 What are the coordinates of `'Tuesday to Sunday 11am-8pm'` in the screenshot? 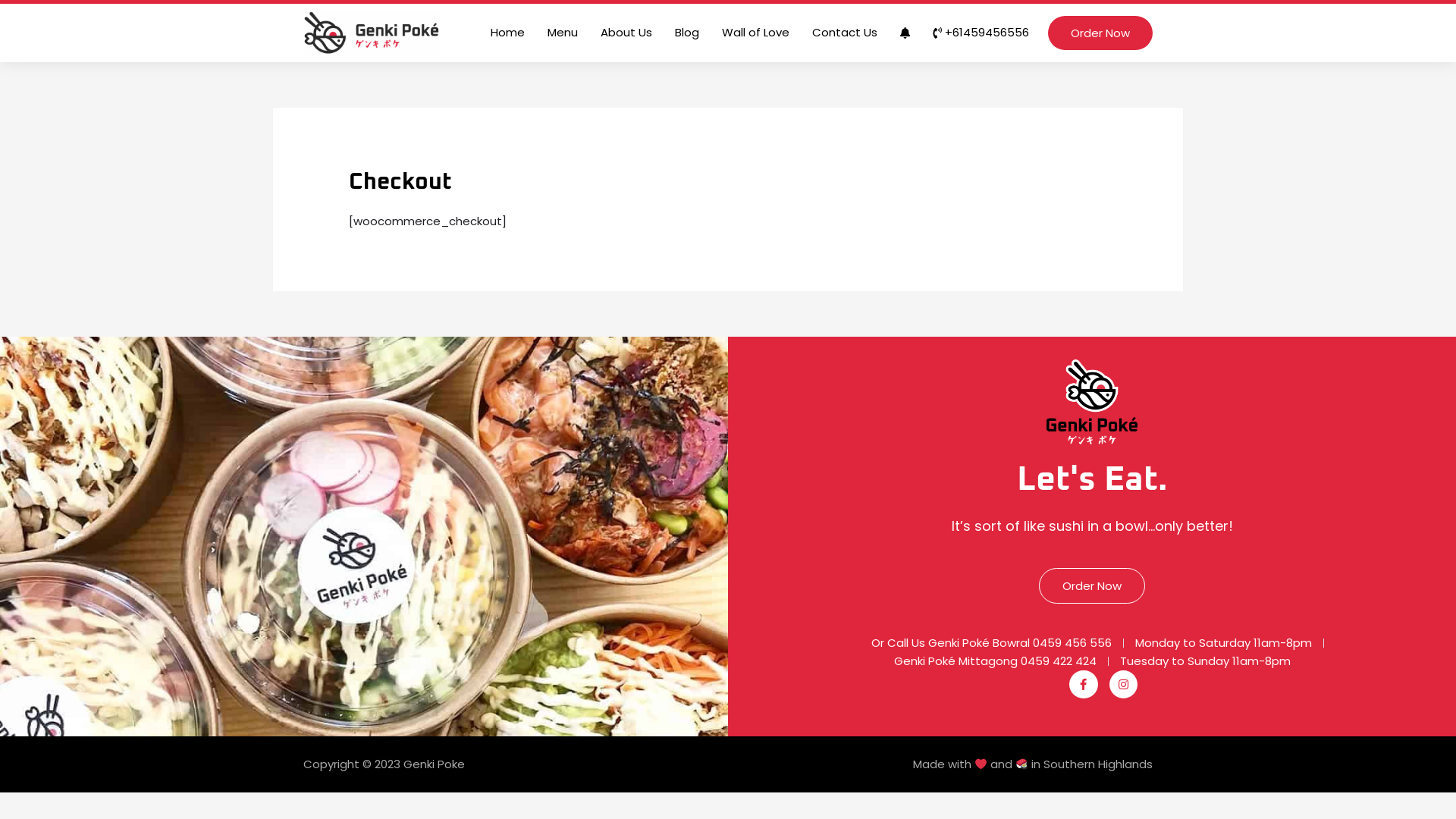 It's located at (1203, 660).